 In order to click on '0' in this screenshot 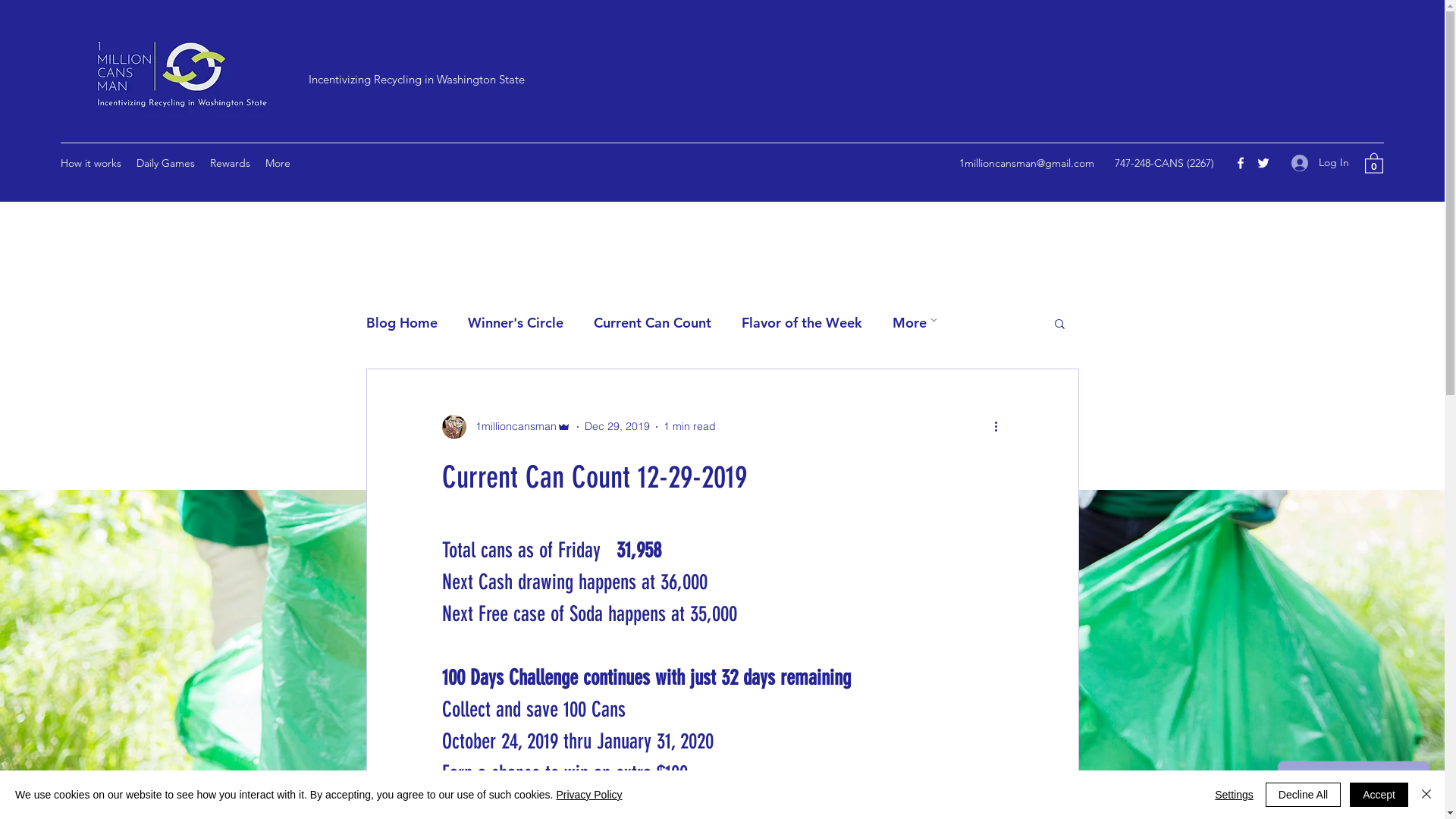, I will do `click(1373, 162)`.